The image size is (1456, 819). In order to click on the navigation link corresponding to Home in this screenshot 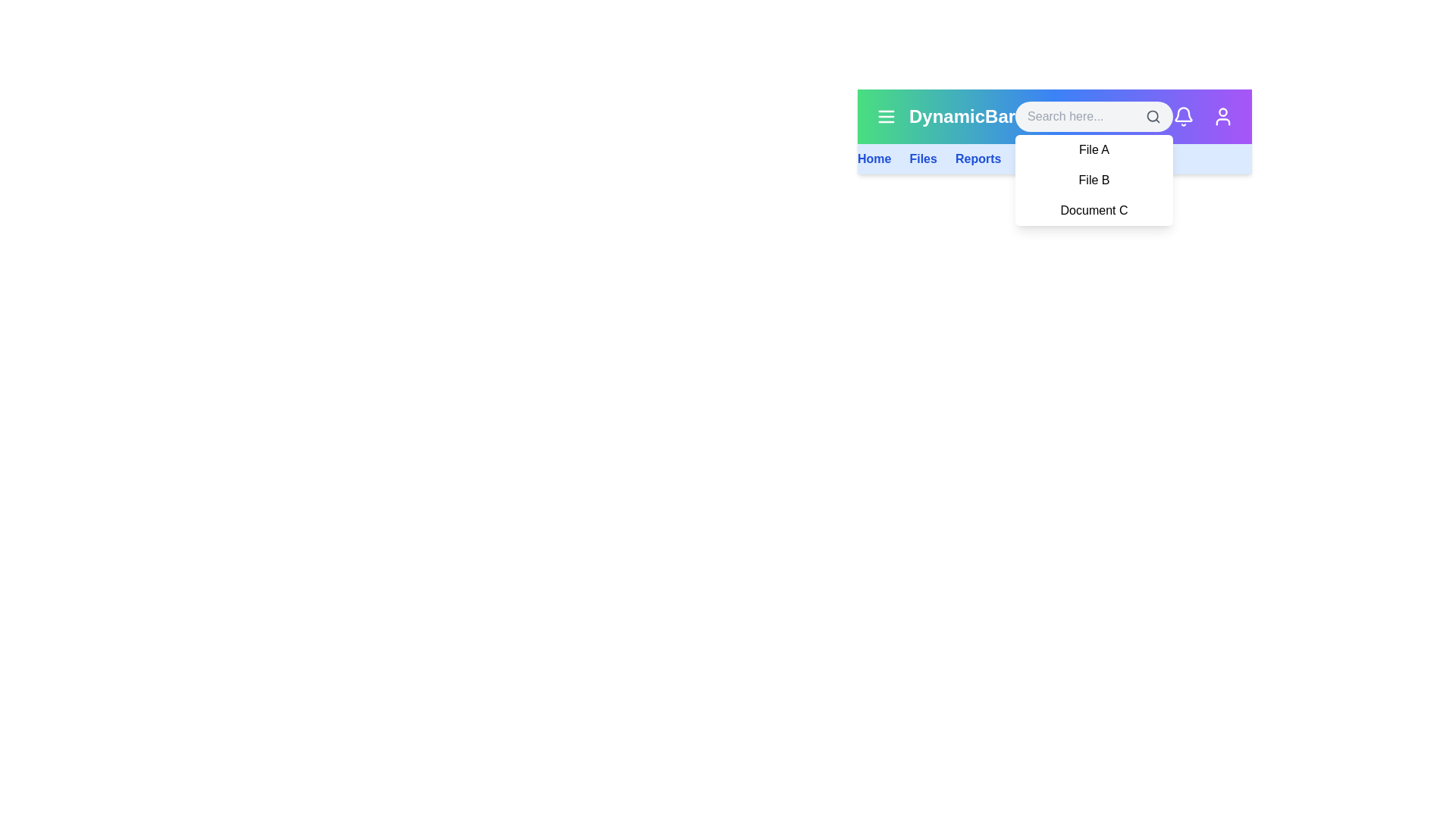, I will do `click(874, 158)`.